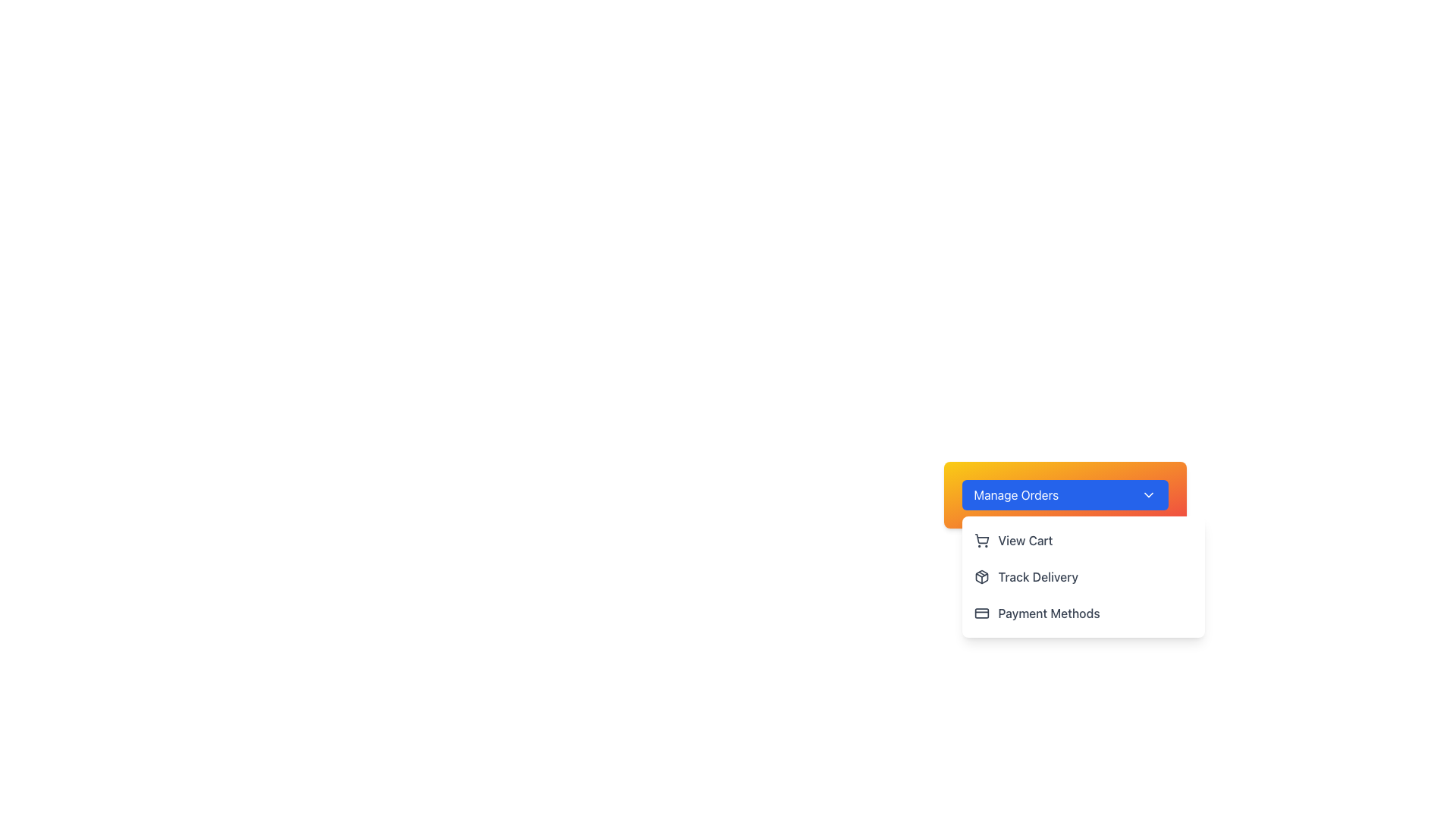 This screenshot has height=819, width=1456. I want to click on the button at the top center of the fixed dialog box to manage orders, which reveals additional options for order management, so click(1064, 494).